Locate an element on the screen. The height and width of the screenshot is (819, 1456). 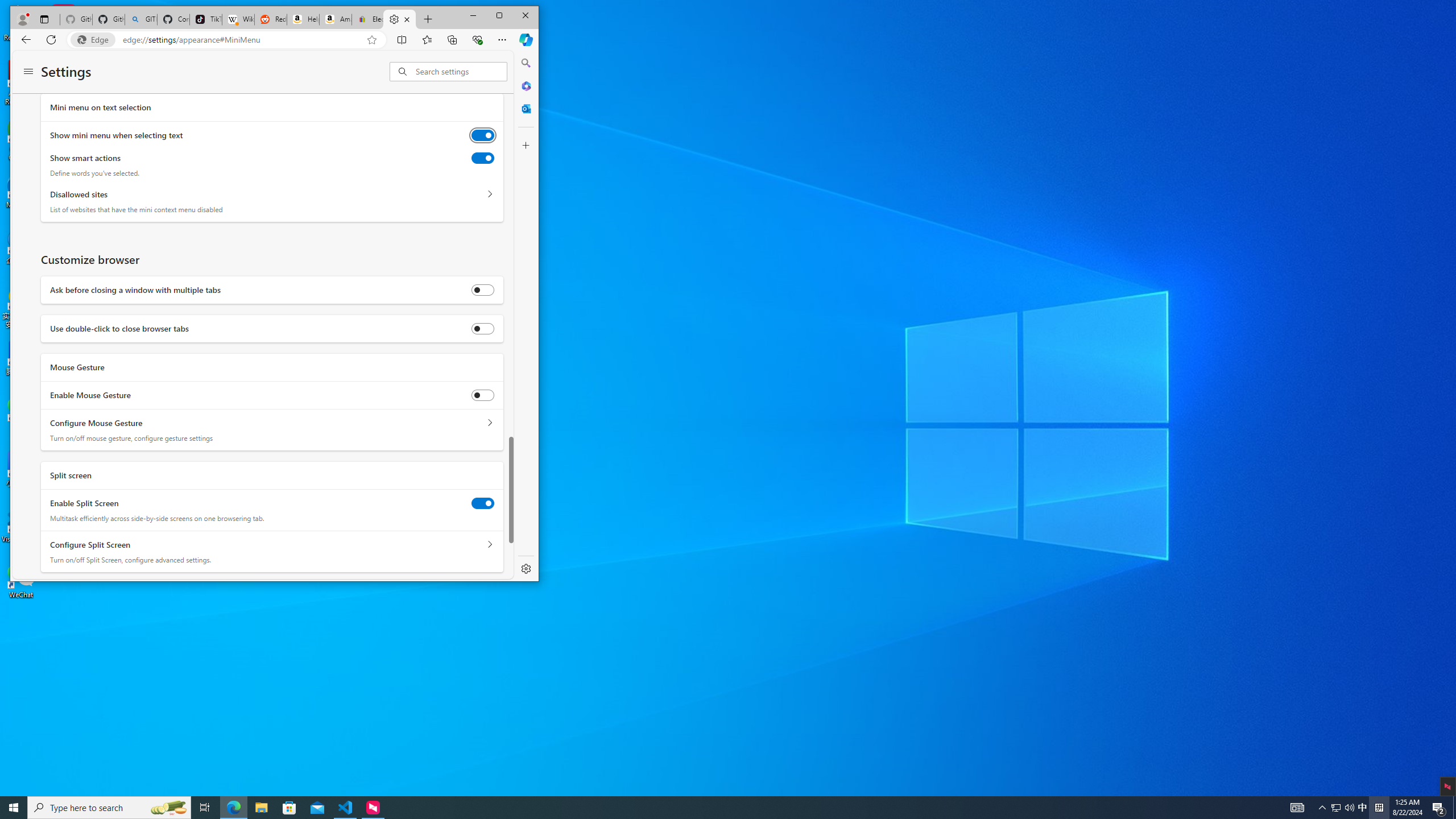
'Show smart actions' is located at coordinates (482, 157).